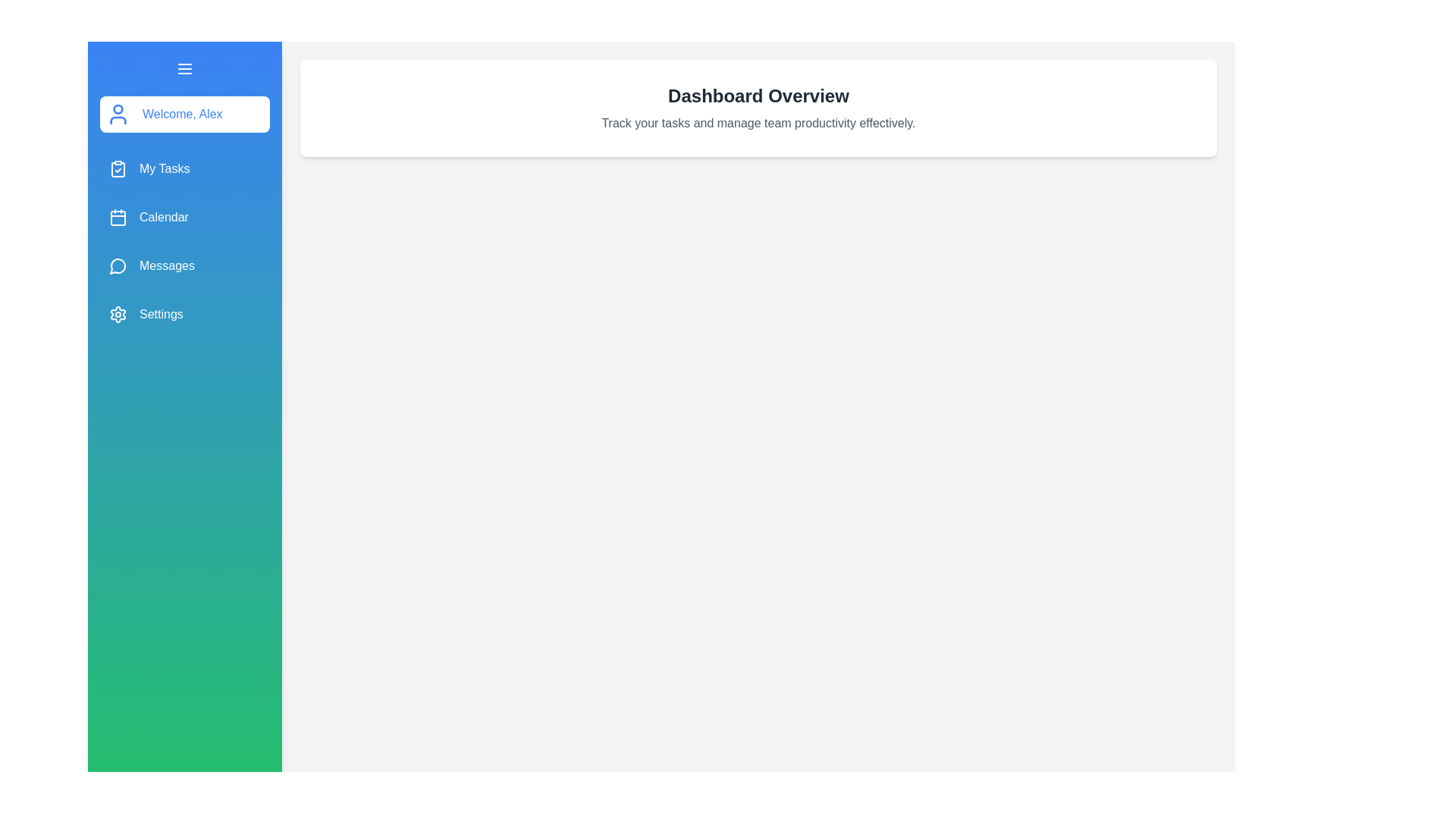 The height and width of the screenshot is (819, 1456). Describe the element at coordinates (184, 217) in the screenshot. I see `the 'Calendar' menu item in the sidebar` at that location.